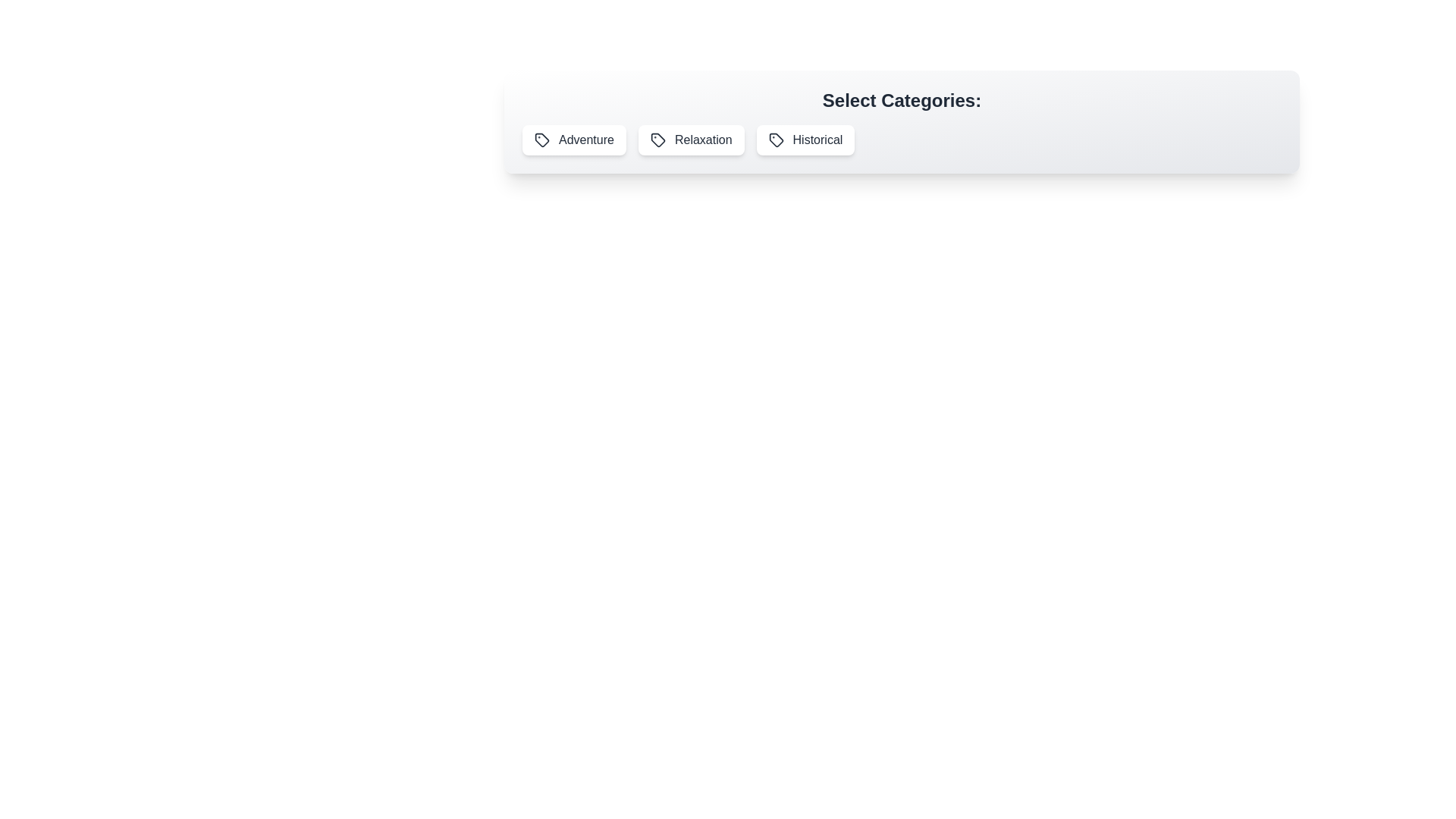 This screenshot has height=819, width=1456. What do you see at coordinates (573, 140) in the screenshot?
I see `the tag labeled Adventure` at bounding box center [573, 140].